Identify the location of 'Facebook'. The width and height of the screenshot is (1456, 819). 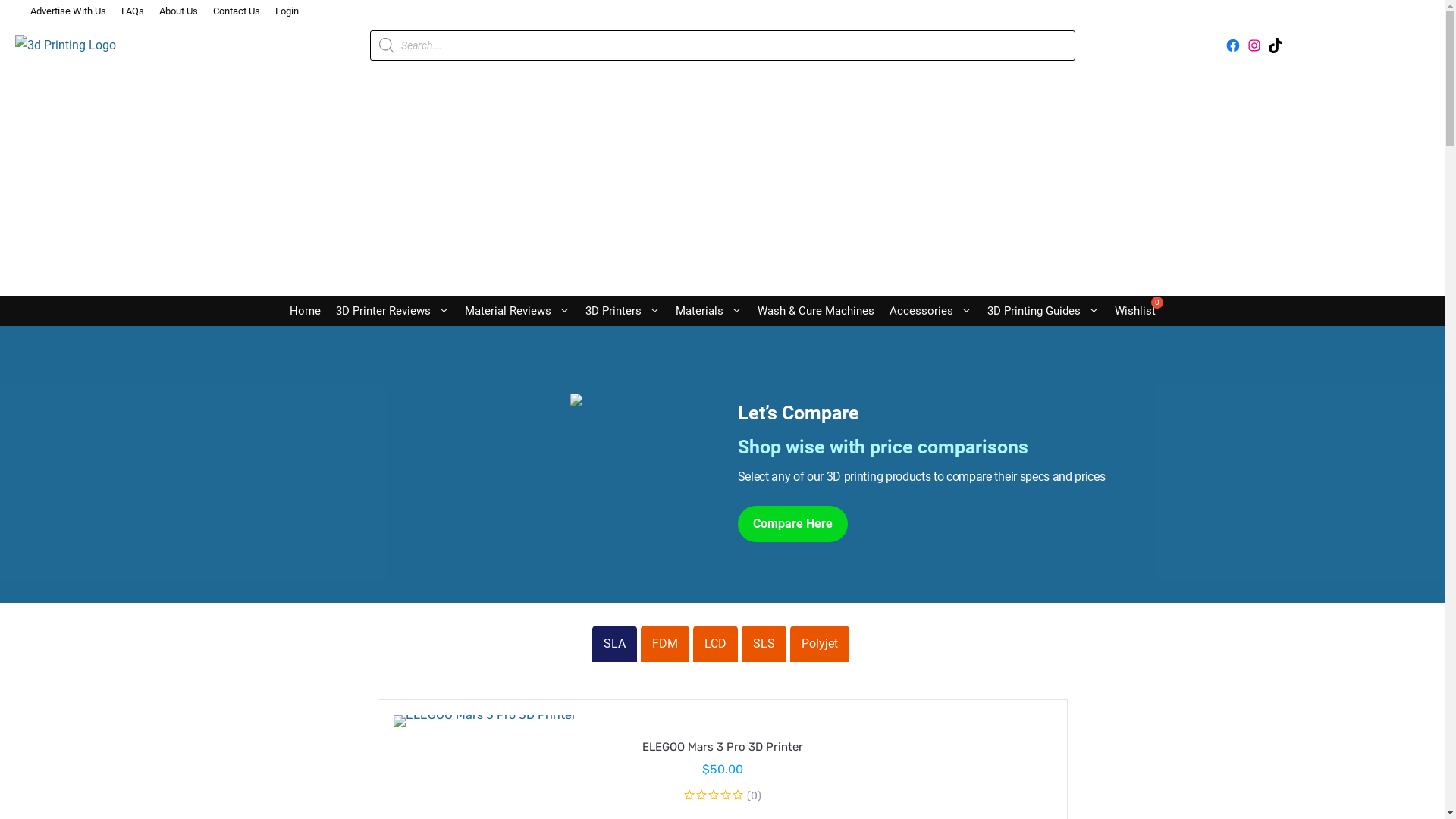
(1233, 45).